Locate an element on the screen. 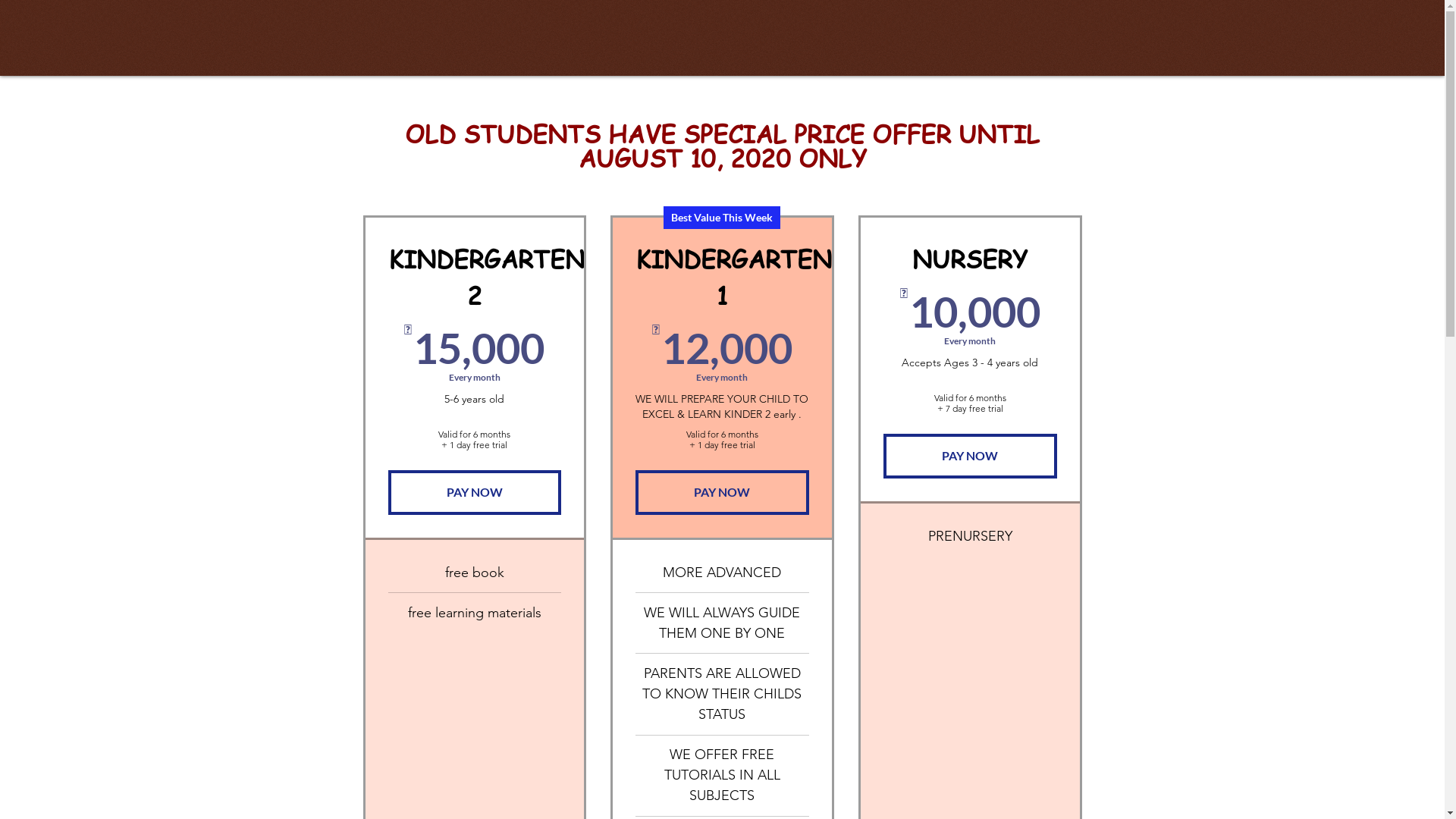  'PAY NOW' is located at coordinates (721, 491).